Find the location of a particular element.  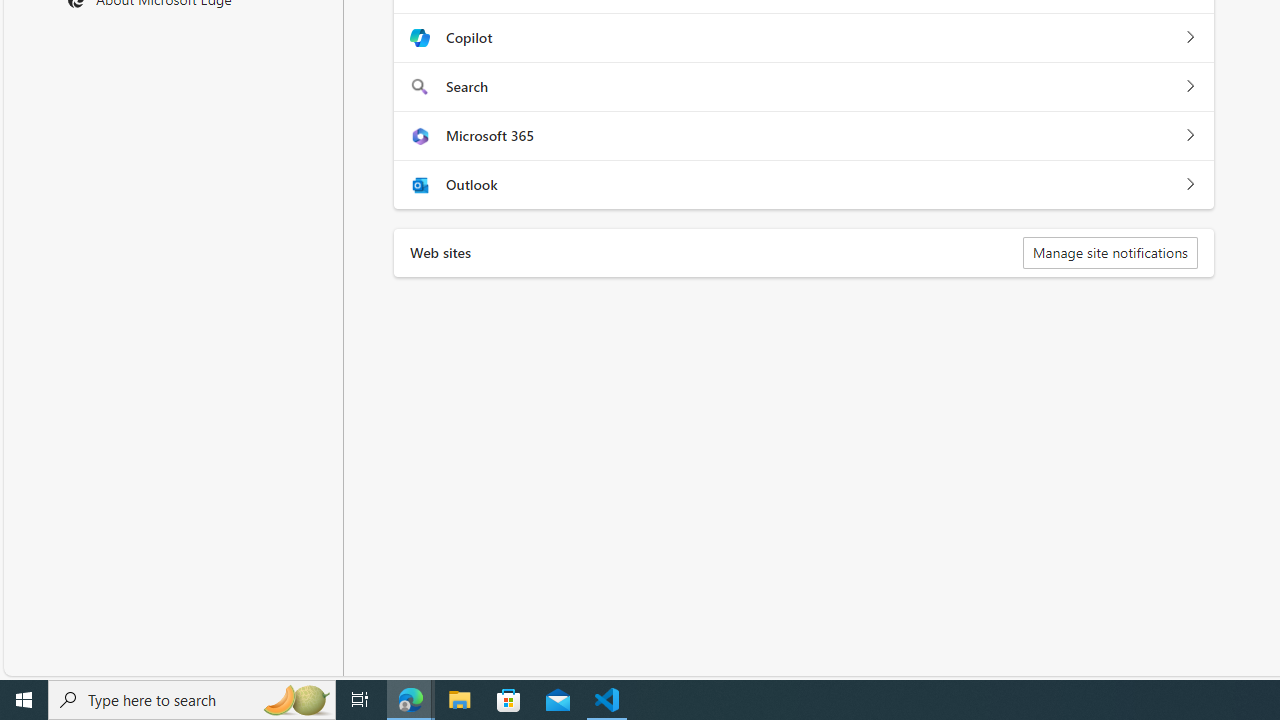

'Manage site notifications' is located at coordinates (1108, 252).